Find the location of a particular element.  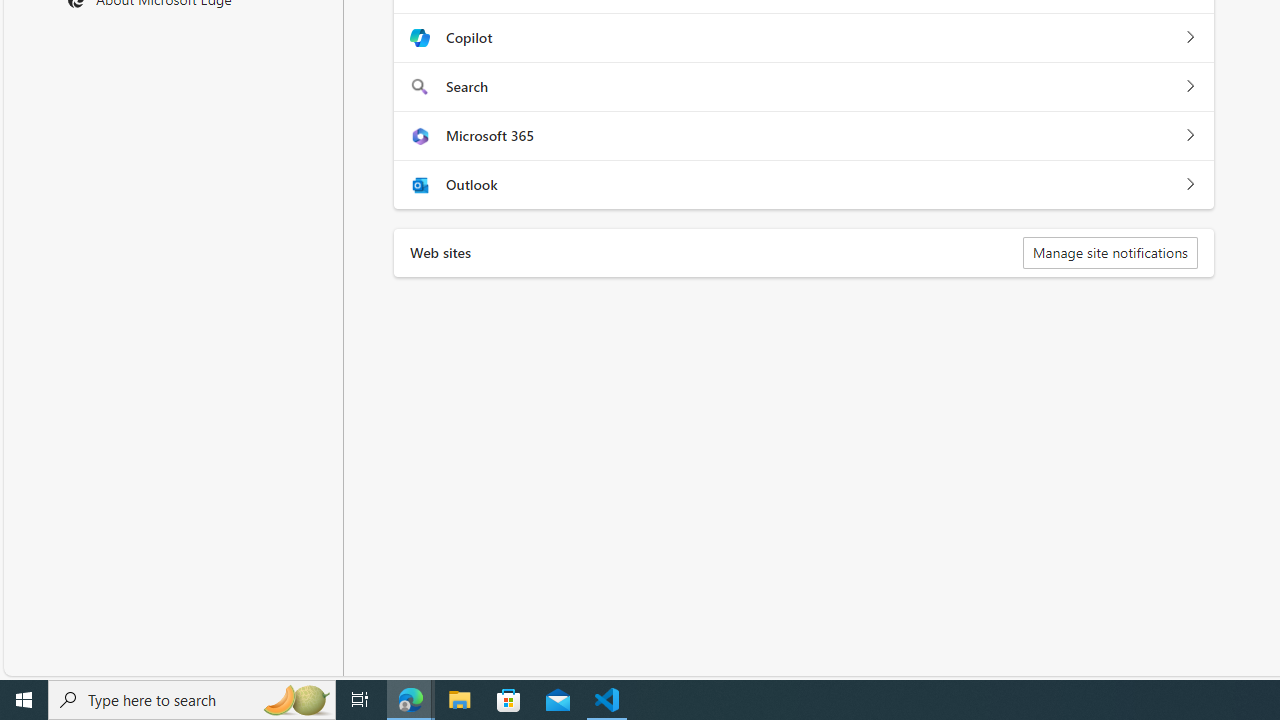

'Manage site notifications' is located at coordinates (1108, 252).